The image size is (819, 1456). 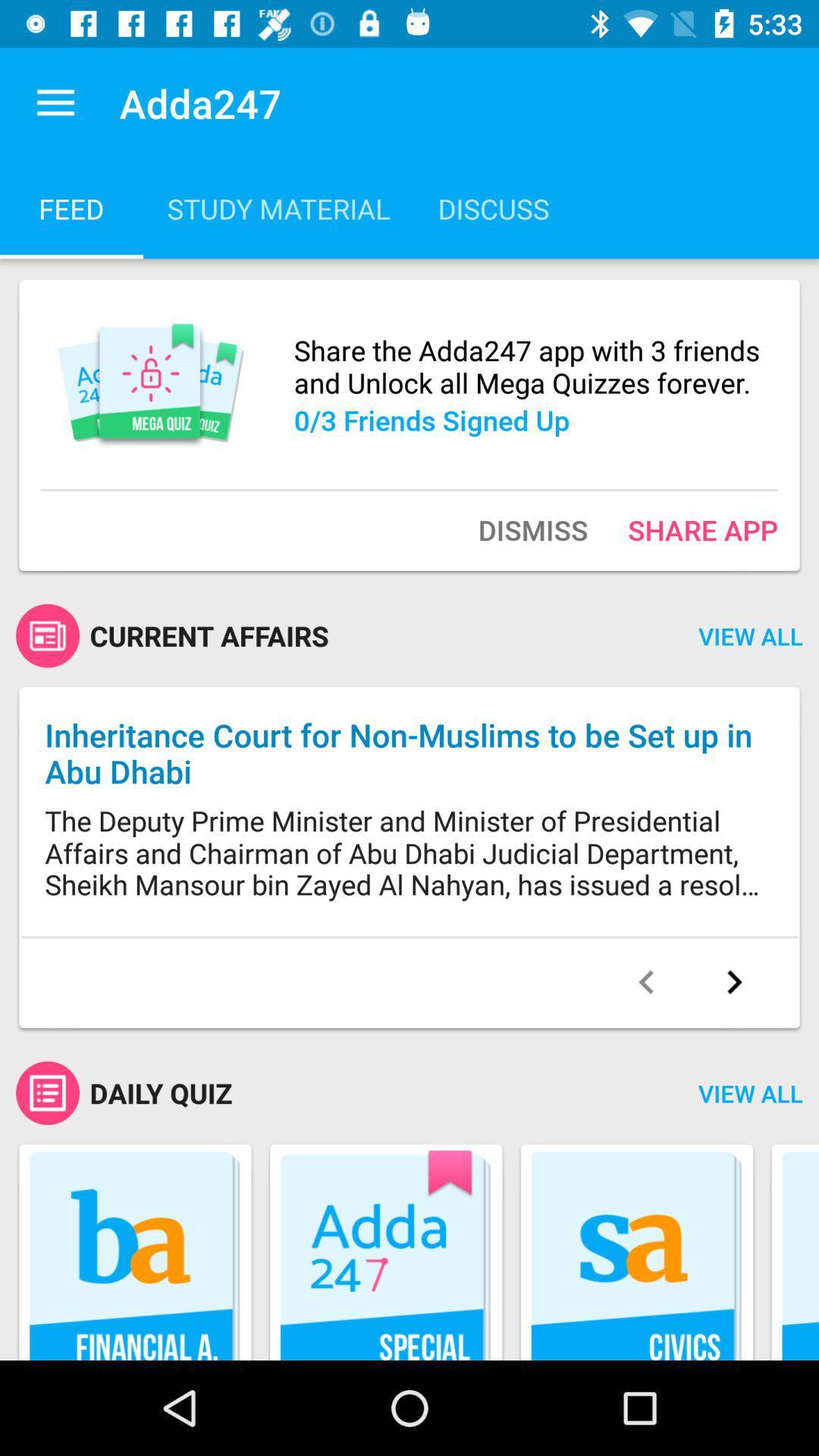 What do you see at coordinates (733, 982) in the screenshot?
I see `advance page` at bounding box center [733, 982].